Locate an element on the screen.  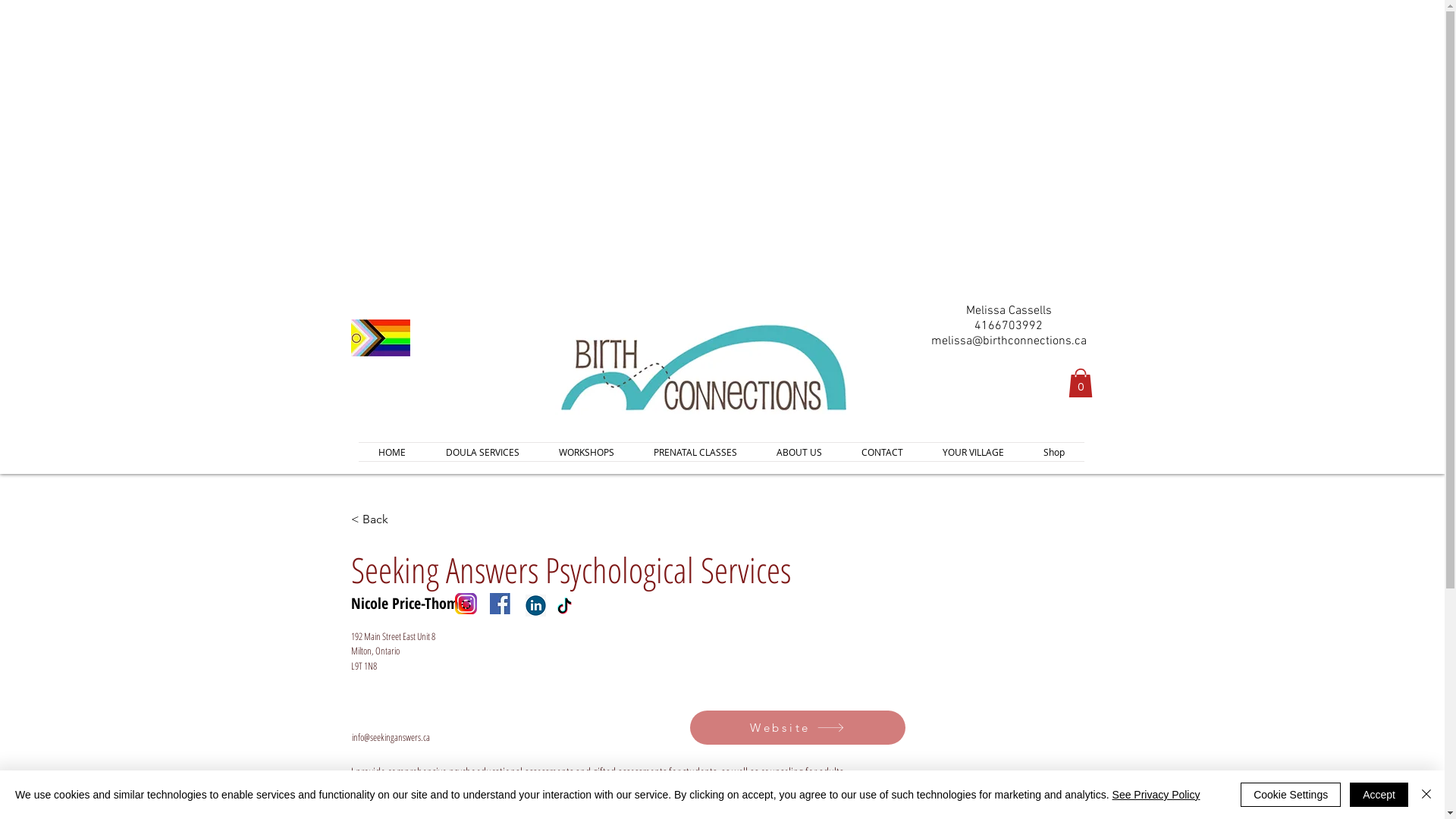
'PRENATAL CLASSES' is located at coordinates (694, 451).